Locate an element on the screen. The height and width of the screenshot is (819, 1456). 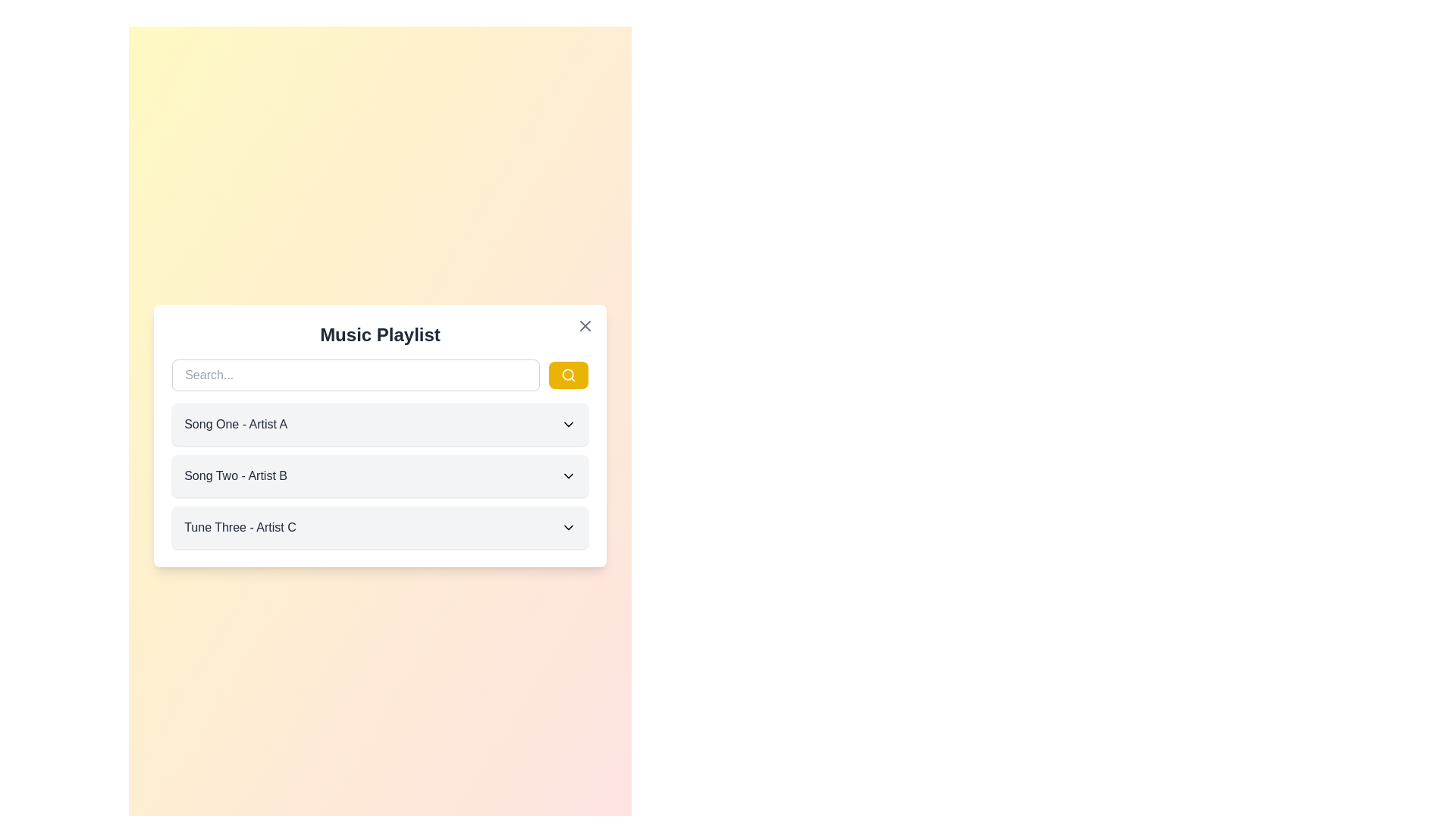
the collapsible list item labeled 'Tune Three - Artist C' is located at coordinates (380, 526).